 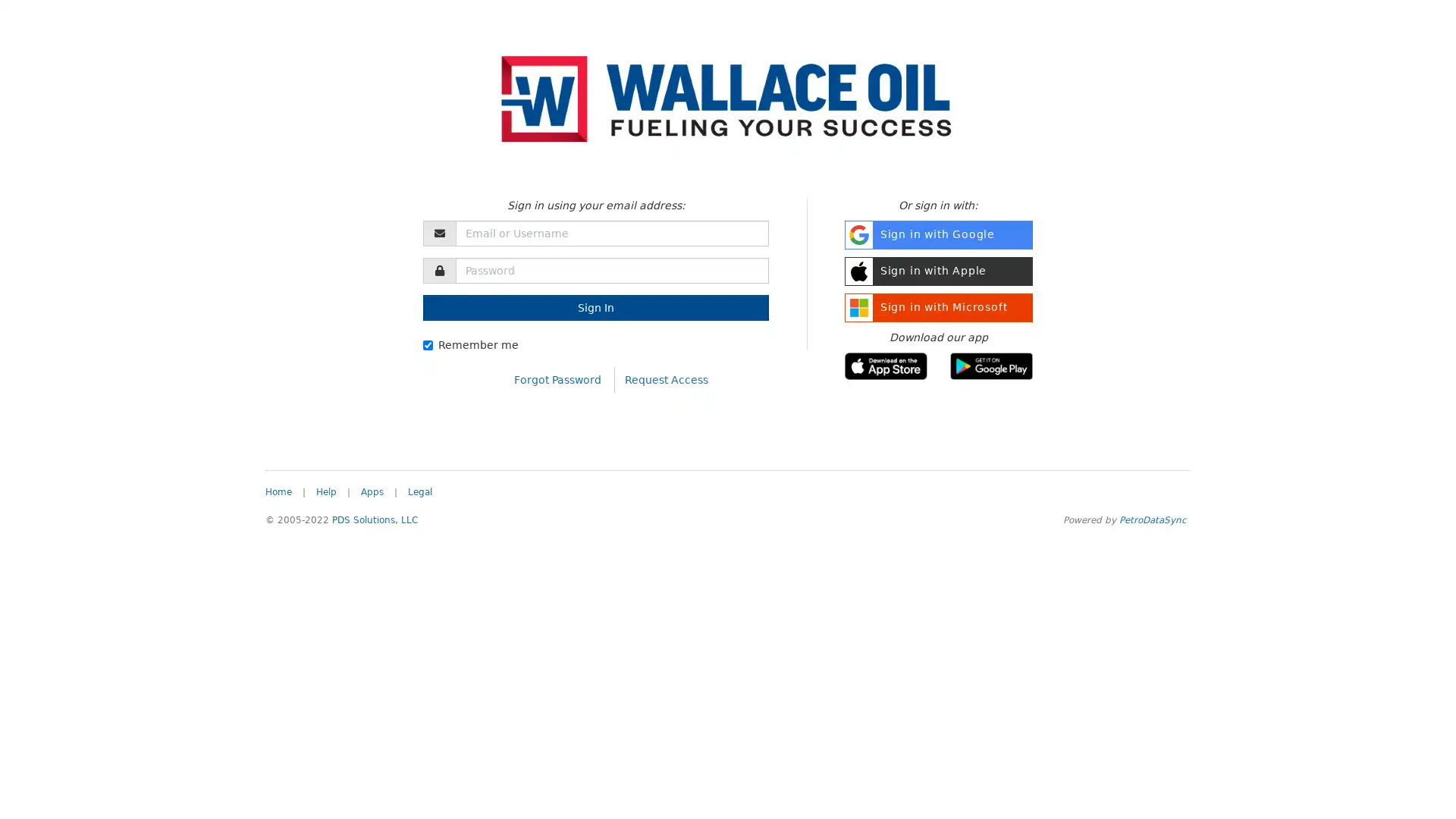 I want to click on Sign In, so click(x=595, y=307).